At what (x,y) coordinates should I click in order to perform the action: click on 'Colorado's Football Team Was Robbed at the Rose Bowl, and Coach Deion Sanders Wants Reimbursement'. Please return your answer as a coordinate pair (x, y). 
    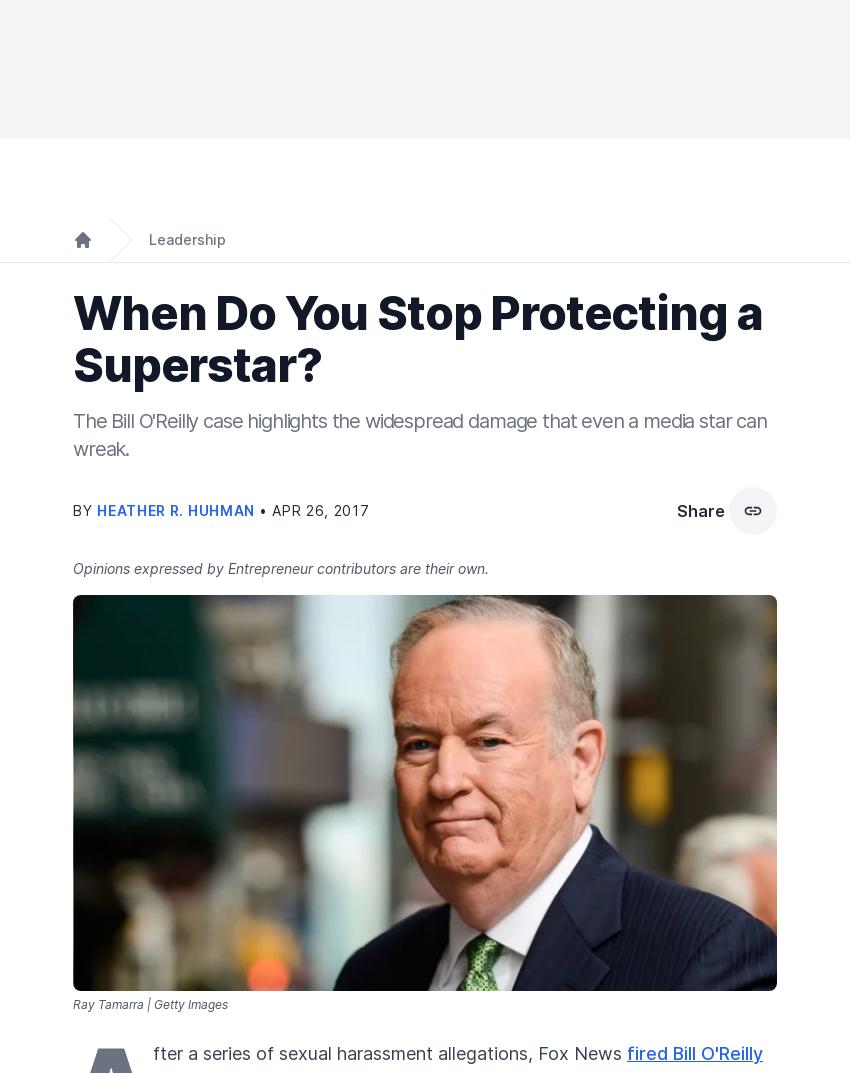
    Looking at the image, I should click on (73, 479).